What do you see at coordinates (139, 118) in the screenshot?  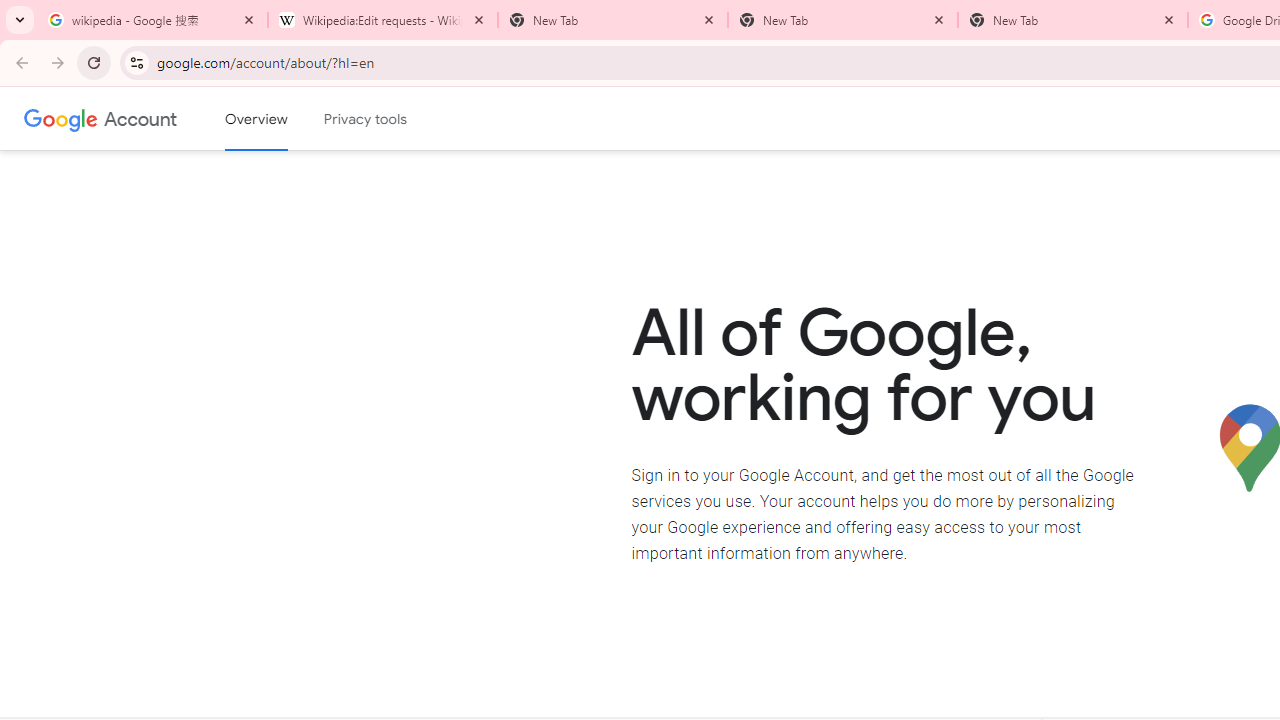 I see `'Google Account'` at bounding box center [139, 118].